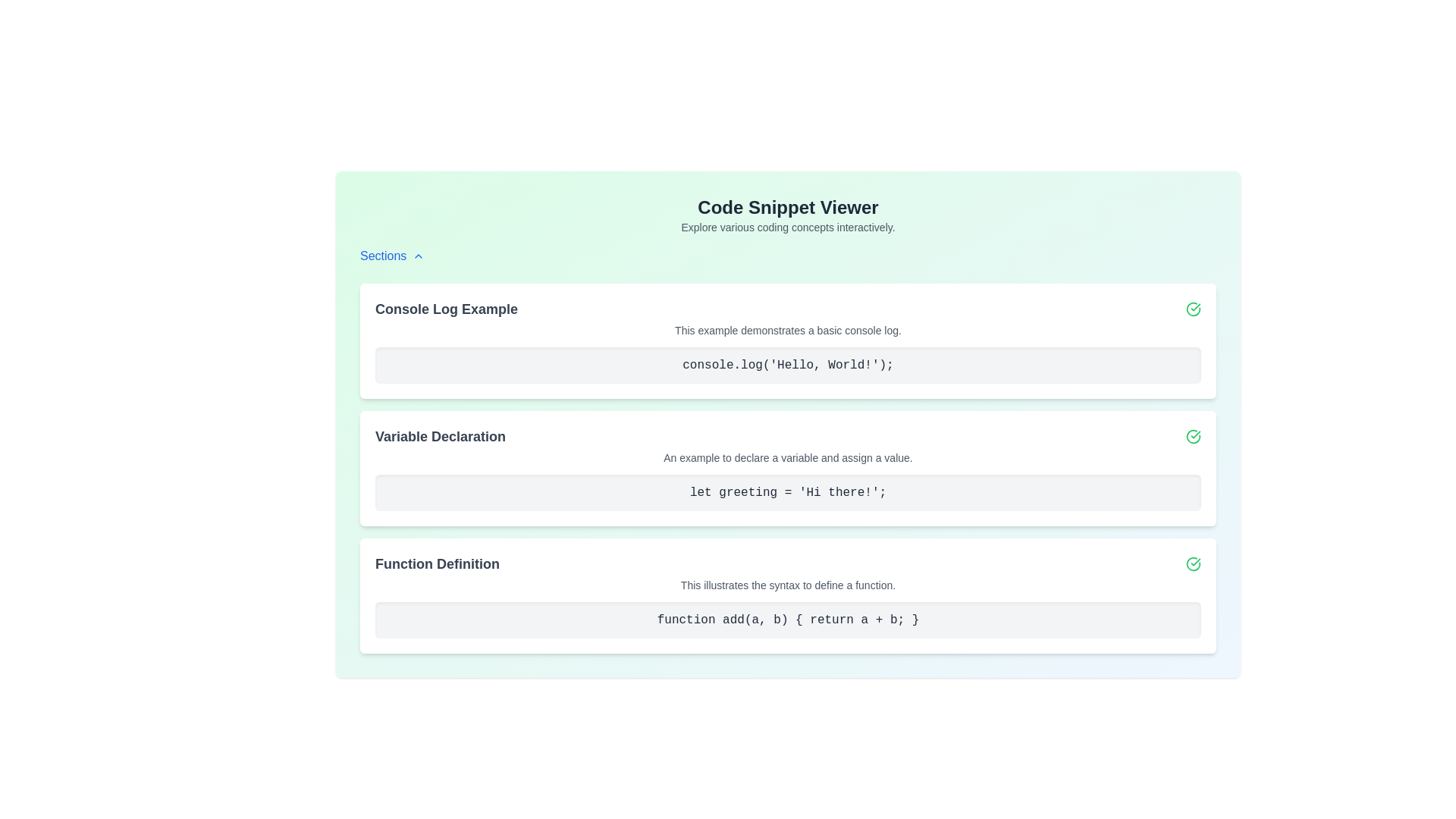  Describe the element at coordinates (436, 564) in the screenshot. I see `the text label that serves as a title for the content section below, which describes the definition of a function in coding` at that location.